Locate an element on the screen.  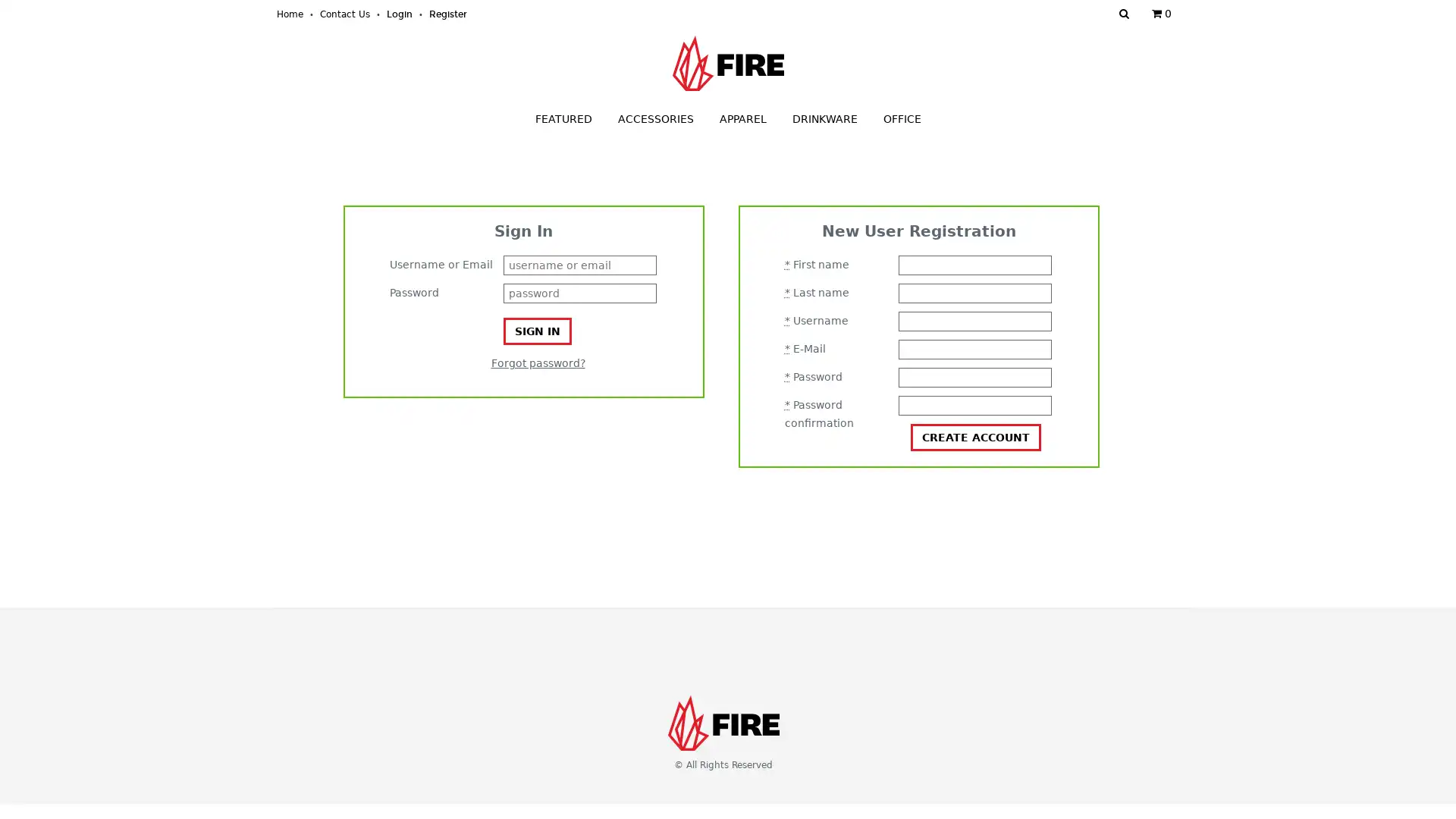
Sign in is located at coordinates (537, 330).